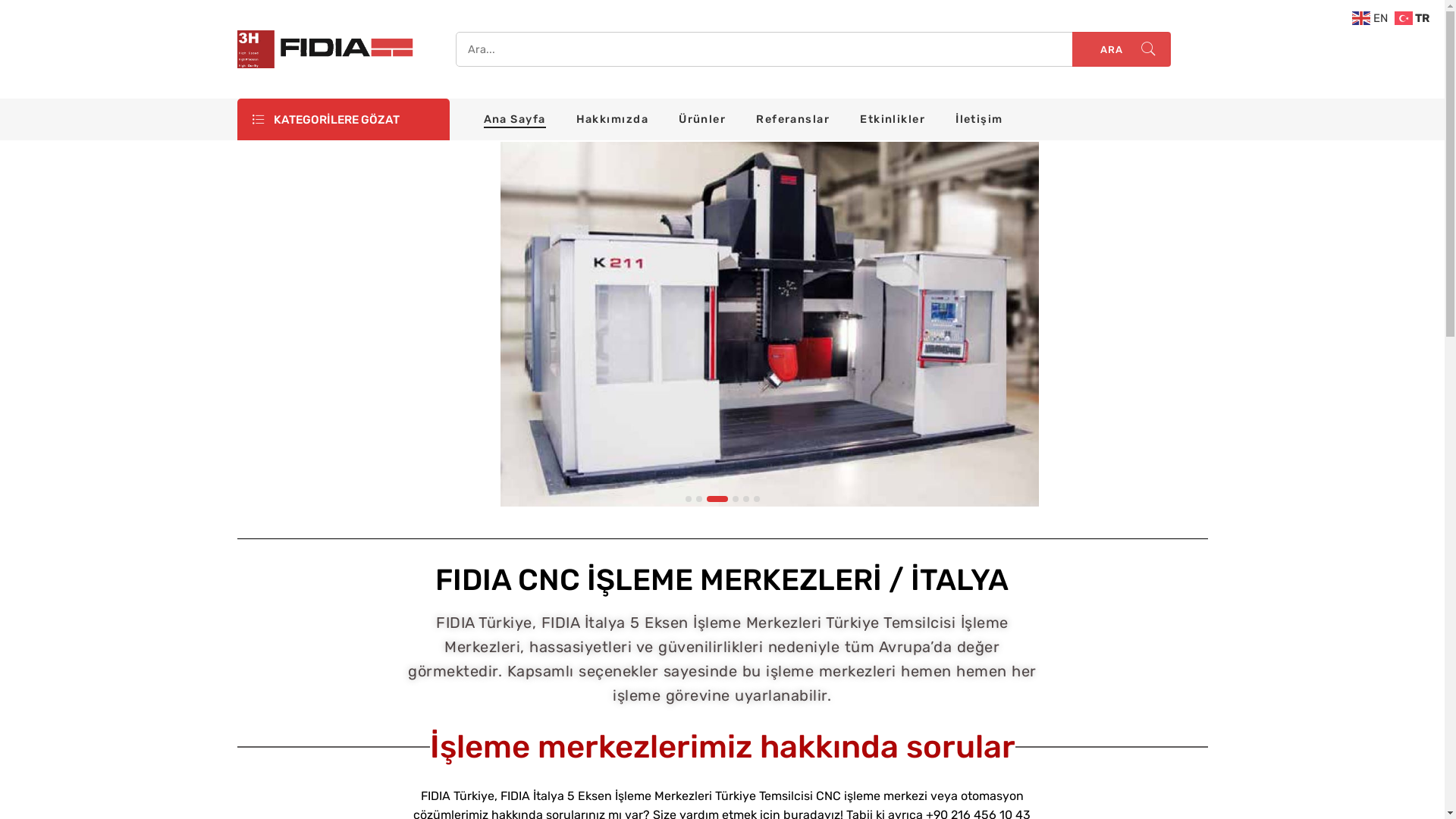 The width and height of the screenshot is (1456, 819). I want to click on 'Referanslar', so click(792, 118).